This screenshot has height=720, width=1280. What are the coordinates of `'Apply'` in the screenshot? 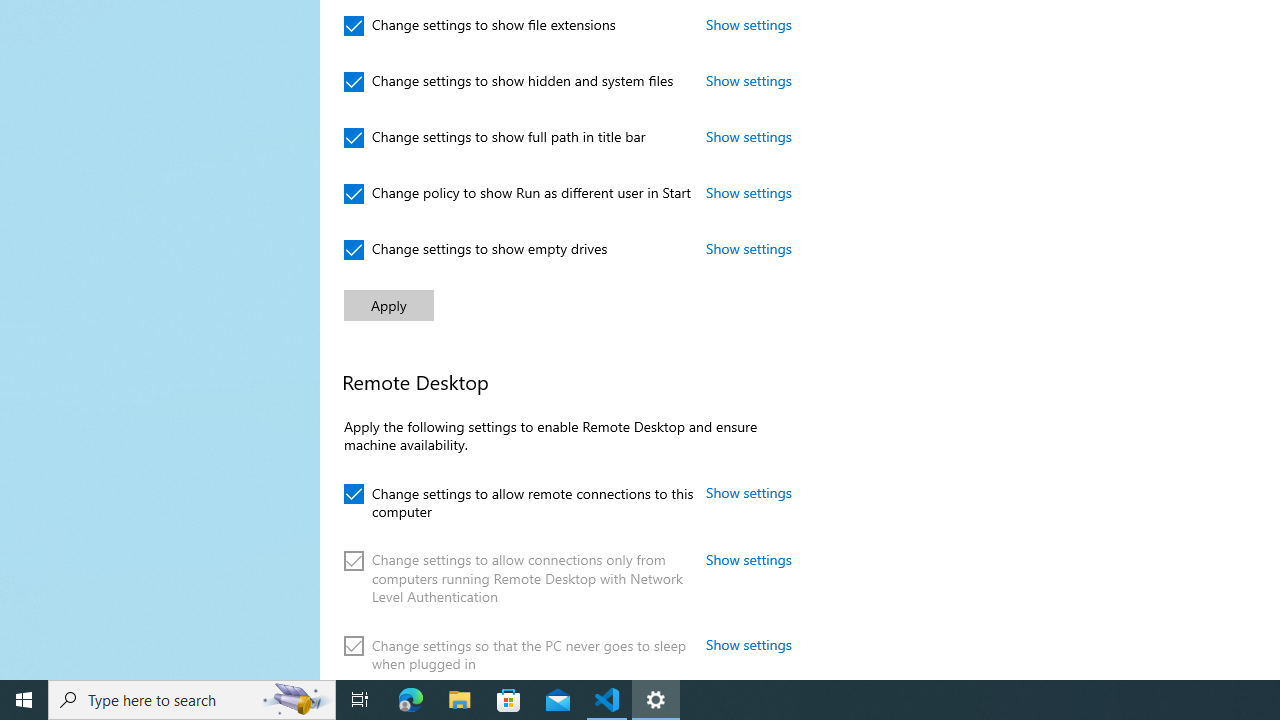 It's located at (389, 305).